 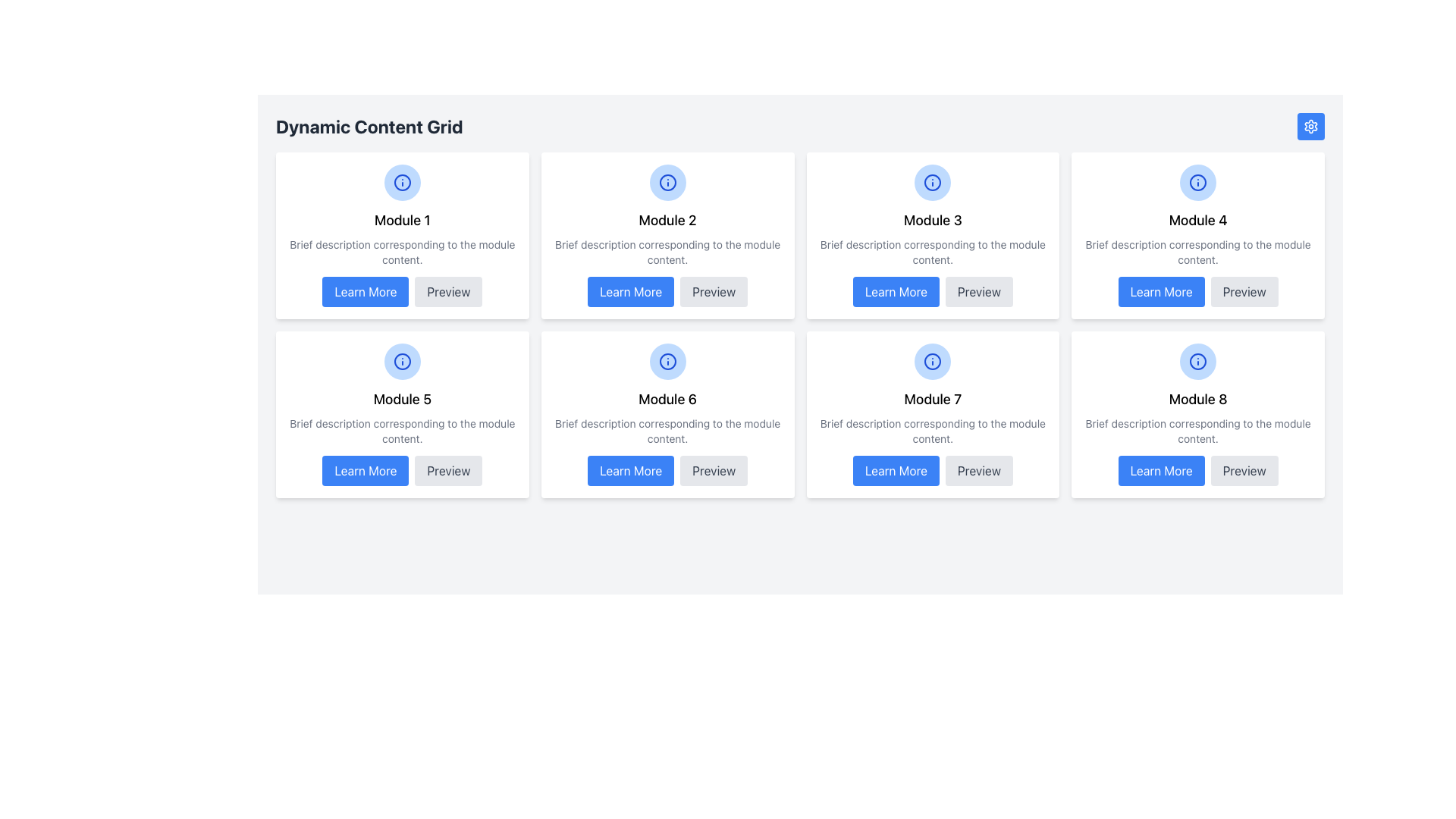 I want to click on the 'Learn More' button related to 'Module 2', so click(x=631, y=292).